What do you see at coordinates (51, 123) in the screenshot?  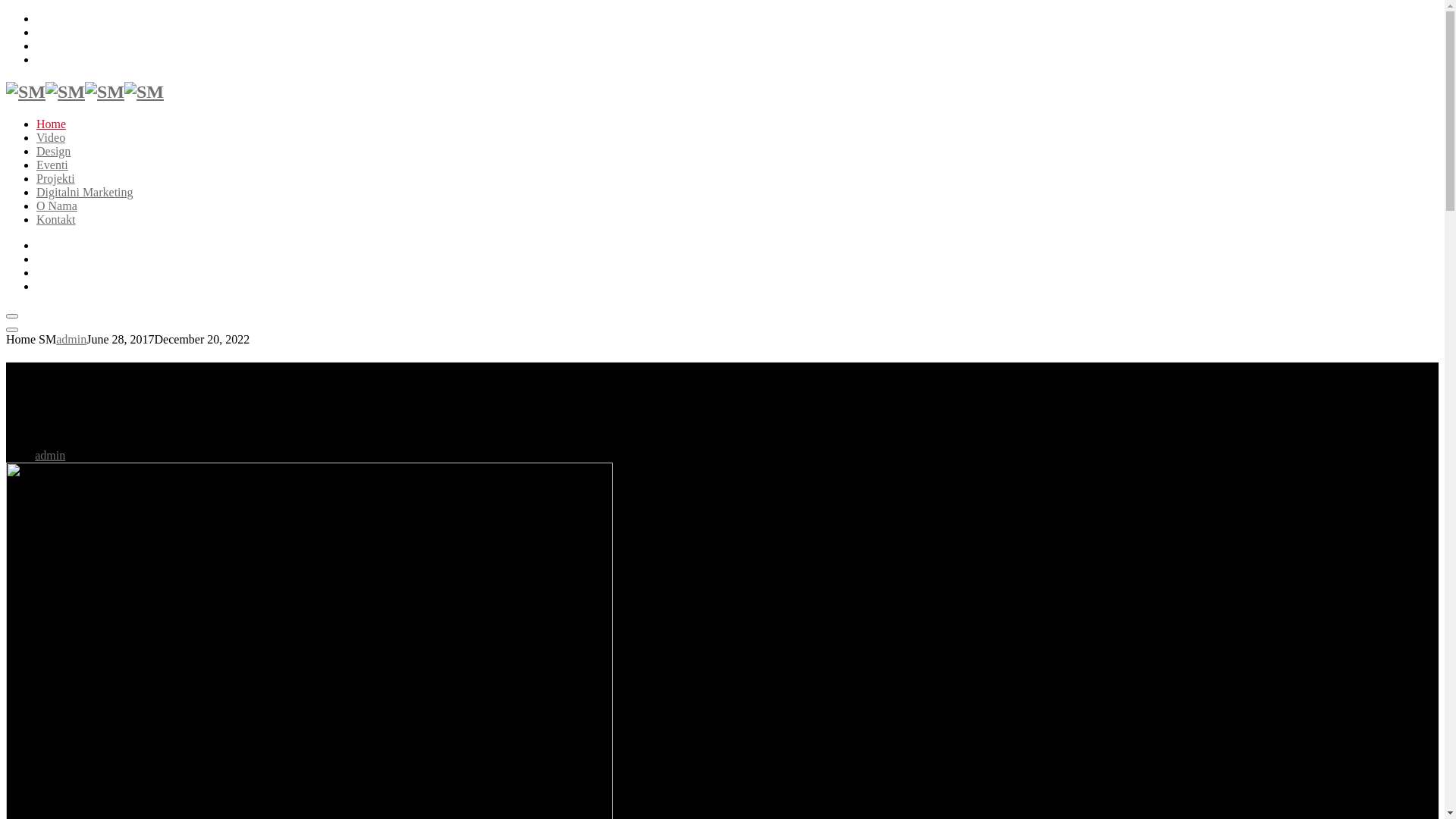 I see `'Home'` at bounding box center [51, 123].